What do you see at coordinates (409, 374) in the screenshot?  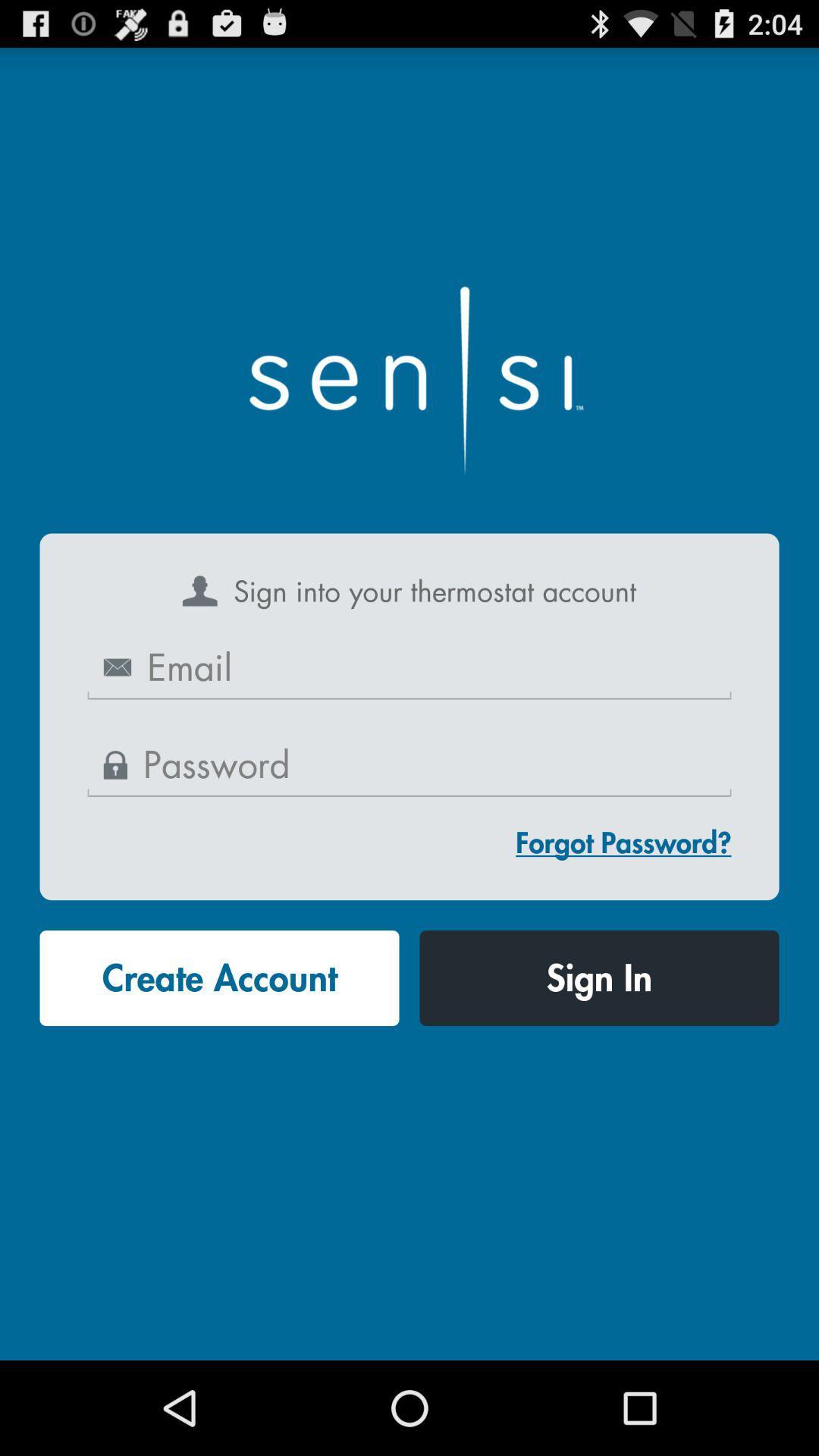 I see `the item at the top` at bounding box center [409, 374].